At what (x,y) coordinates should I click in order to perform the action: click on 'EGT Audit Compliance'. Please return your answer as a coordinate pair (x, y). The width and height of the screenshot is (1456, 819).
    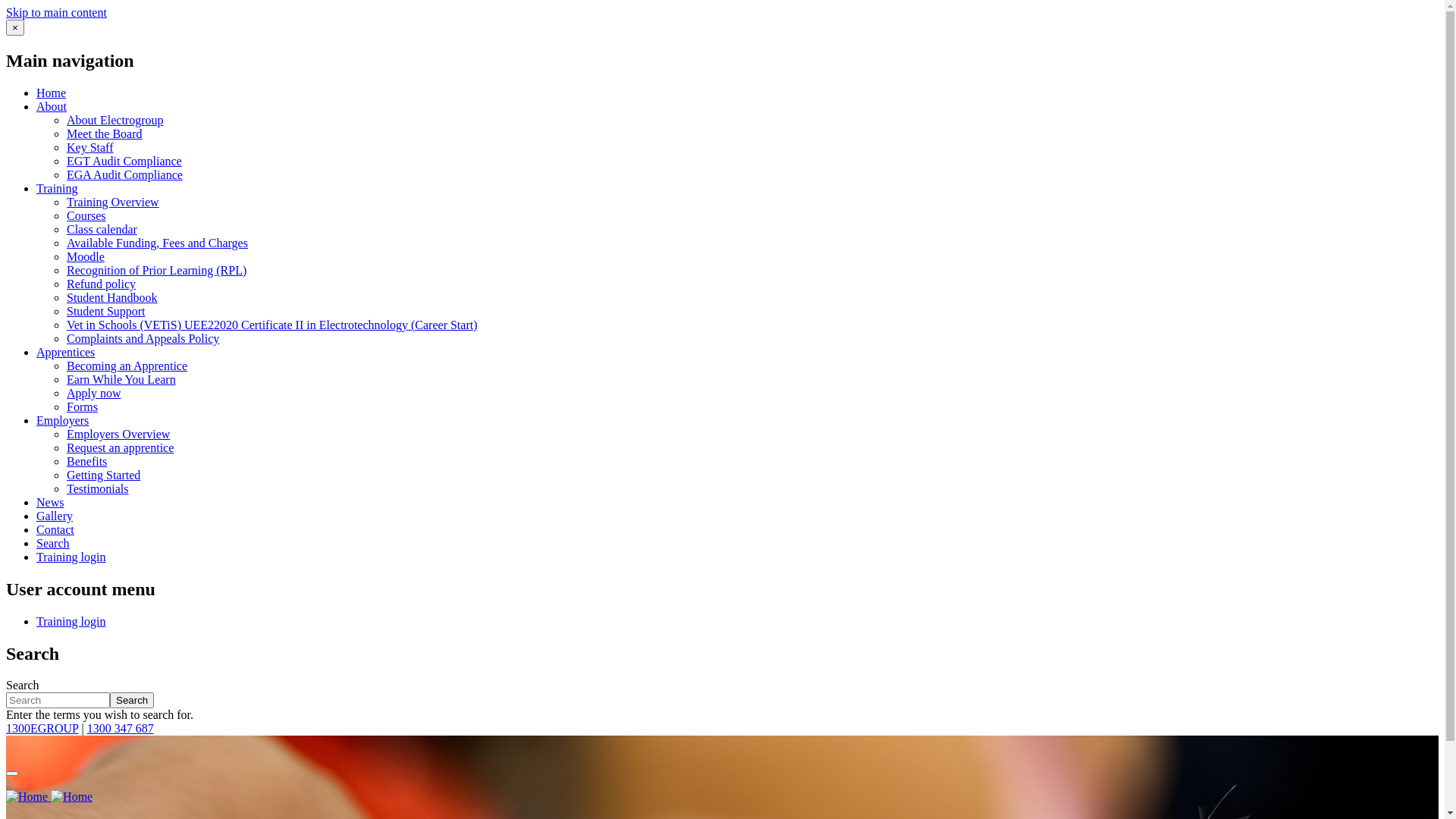
    Looking at the image, I should click on (124, 161).